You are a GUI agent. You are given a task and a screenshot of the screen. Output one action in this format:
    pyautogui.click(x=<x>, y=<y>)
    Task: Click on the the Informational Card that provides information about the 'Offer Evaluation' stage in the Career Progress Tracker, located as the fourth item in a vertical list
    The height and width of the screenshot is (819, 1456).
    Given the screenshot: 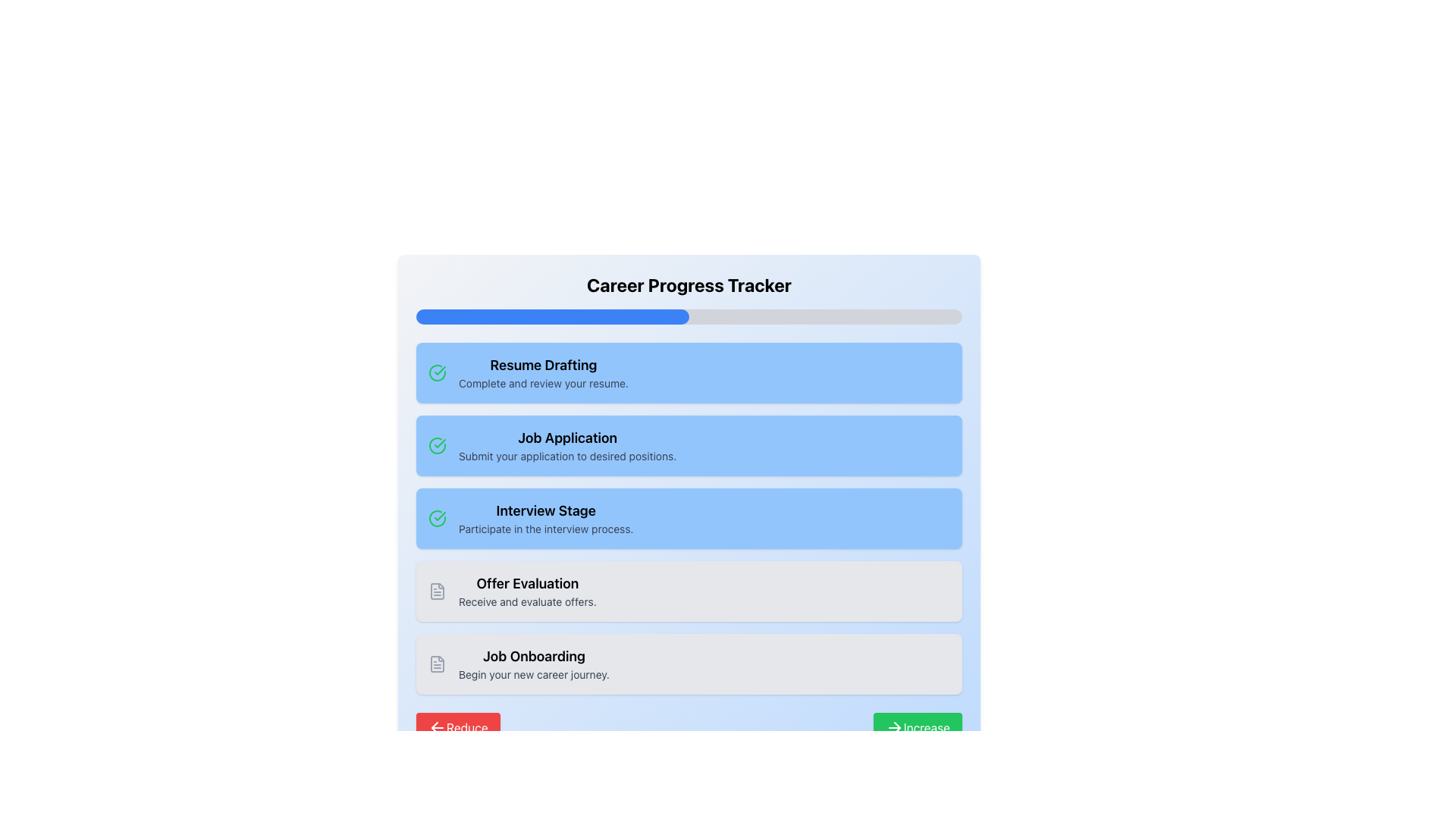 What is the action you would take?
    pyautogui.click(x=688, y=590)
    